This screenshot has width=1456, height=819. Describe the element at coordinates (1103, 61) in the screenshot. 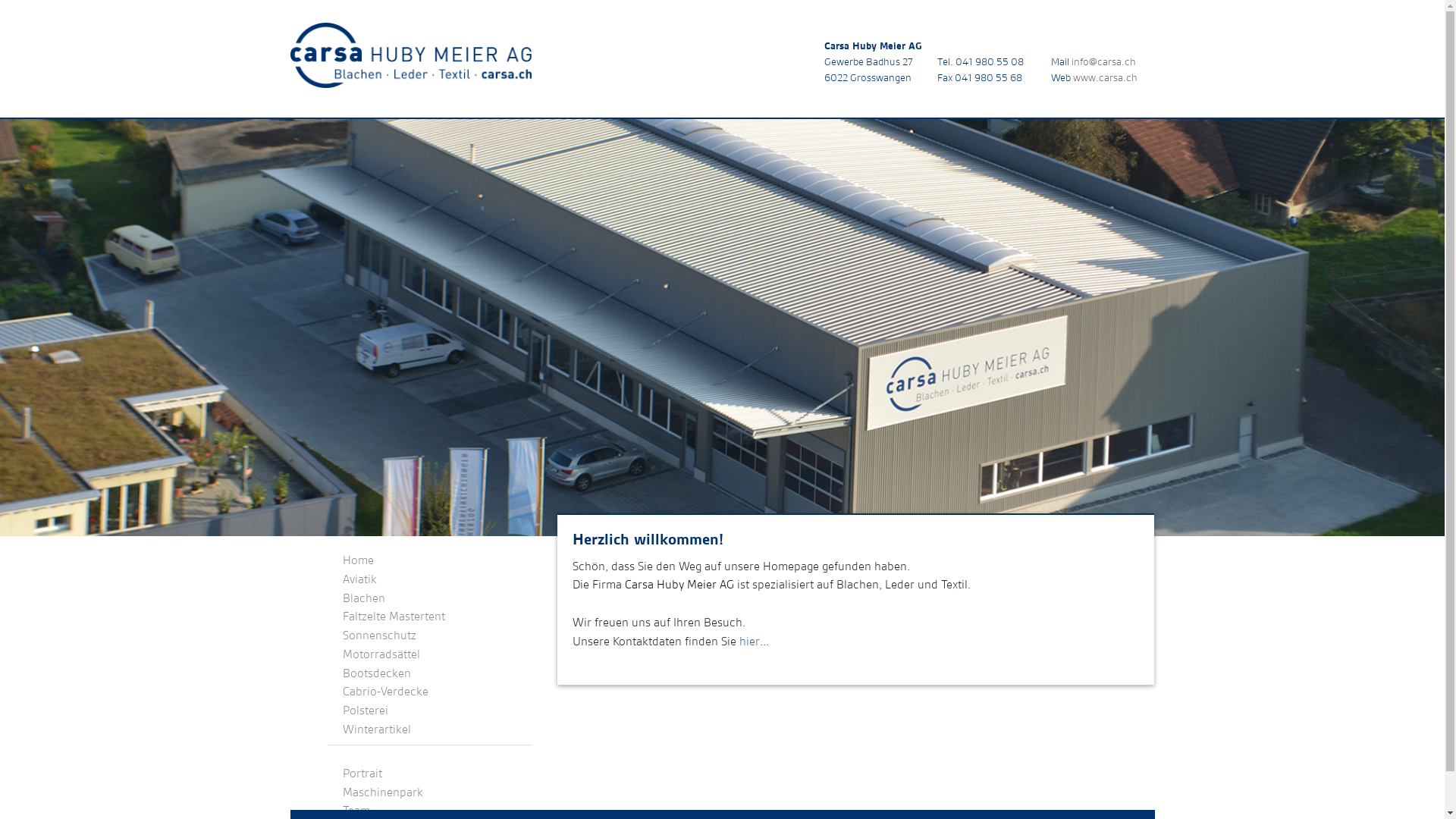

I see `'info@carsa.ch'` at that location.